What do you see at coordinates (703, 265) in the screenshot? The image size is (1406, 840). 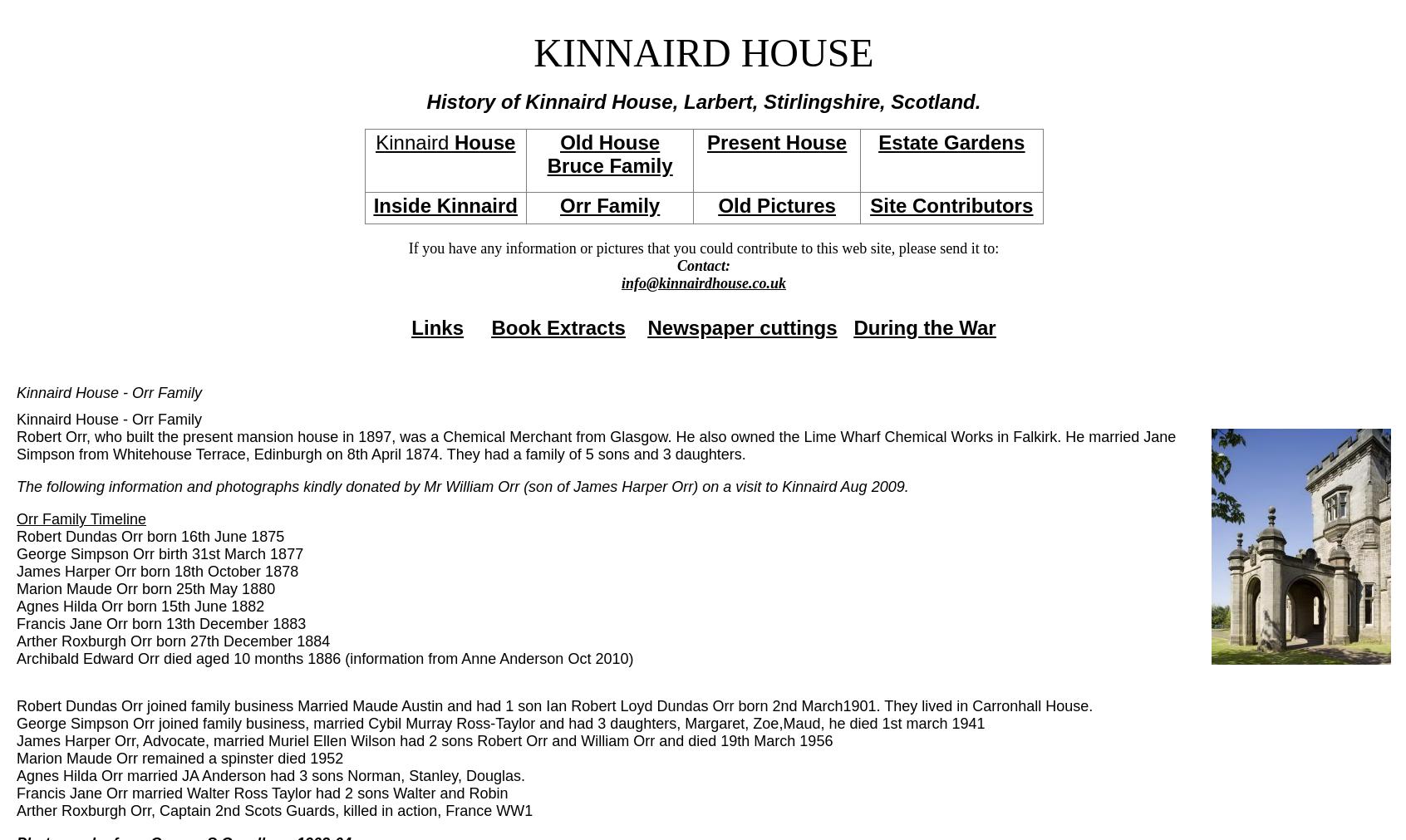 I see `'Contact:'` at bounding box center [703, 265].